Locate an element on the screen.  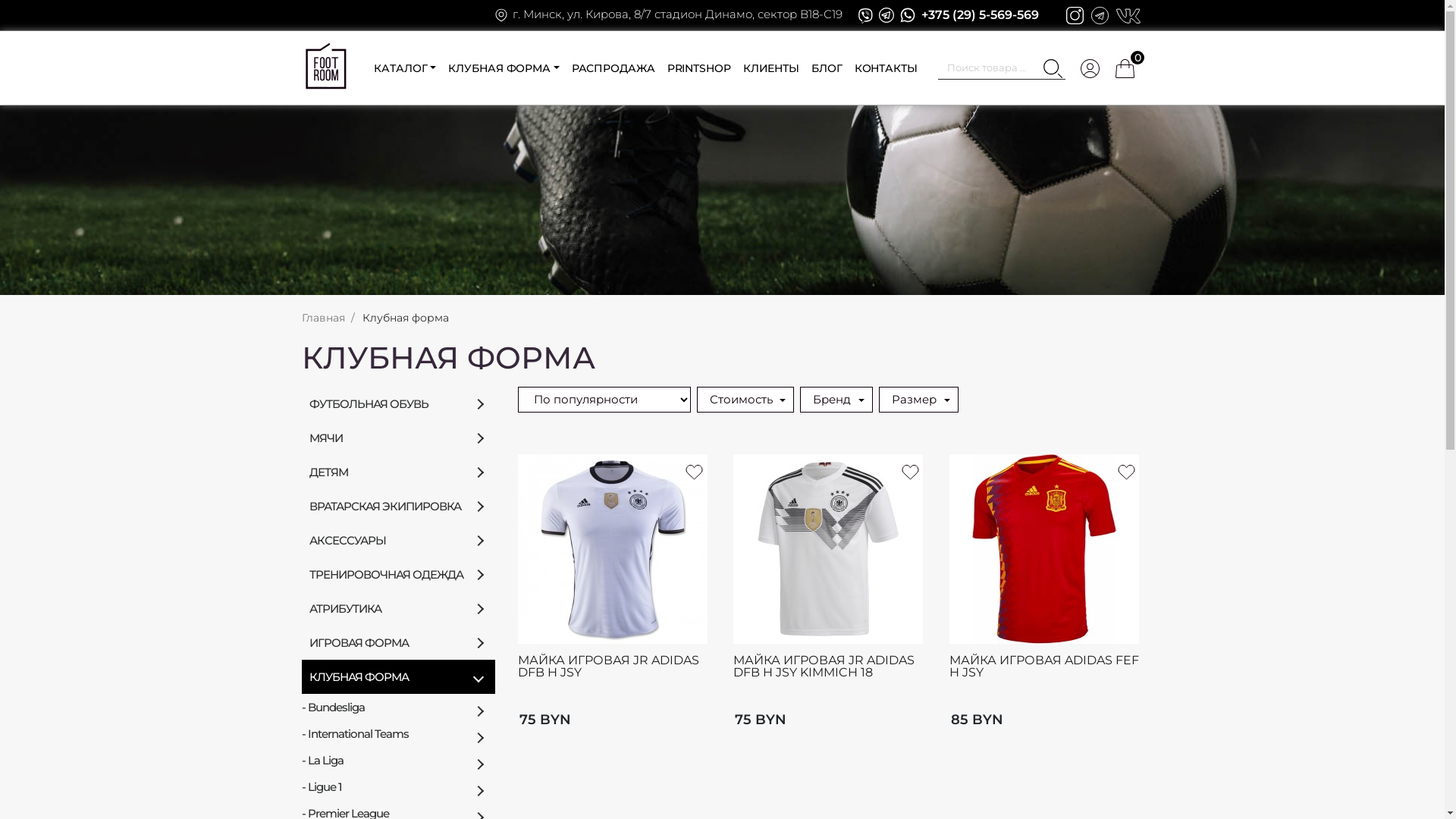
'- International Teams' is located at coordinates (398, 733).